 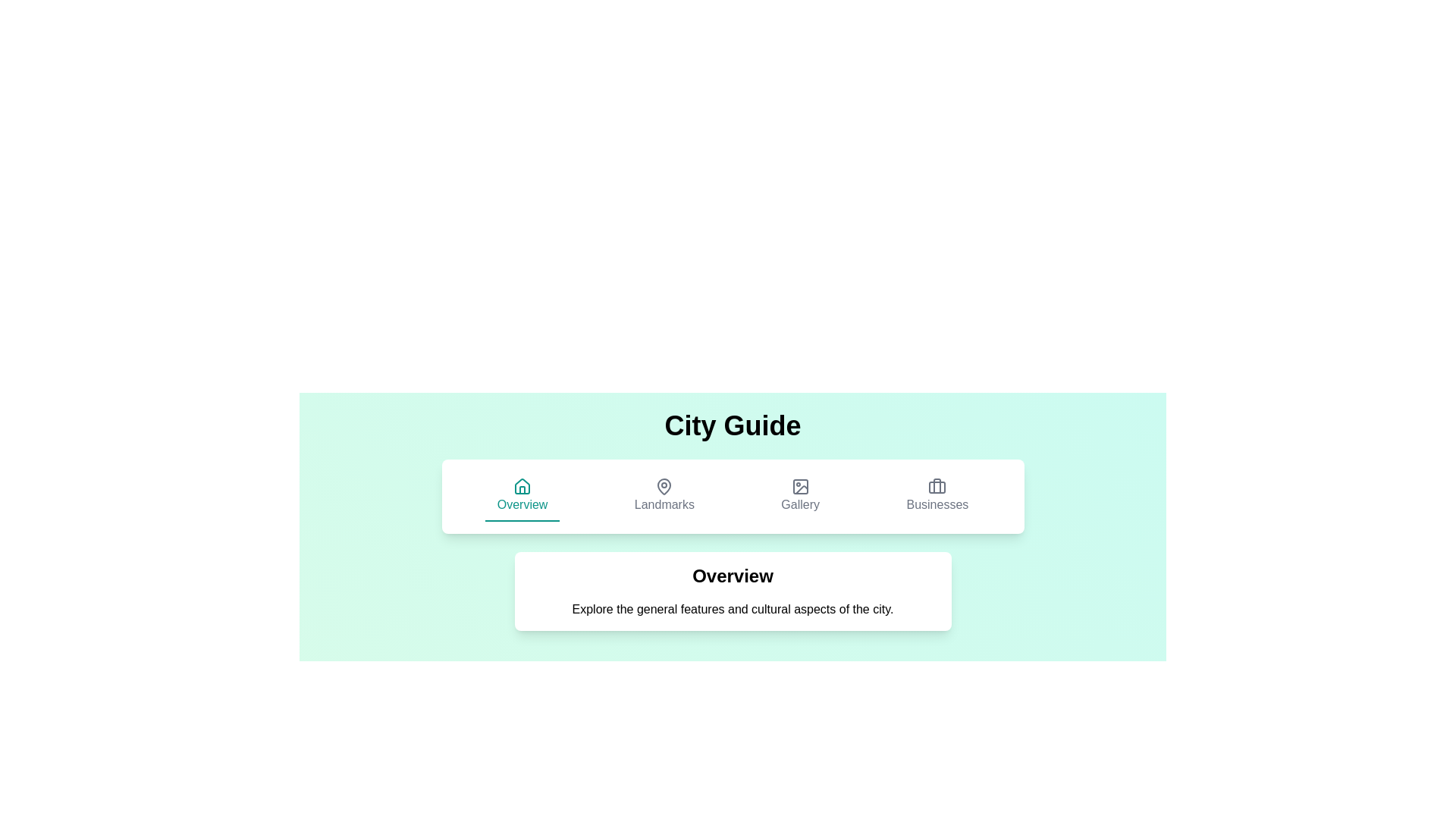 What do you see at coordinates (799, 505) in the screenshot?
I see `text content of the label displaying 'Gallery', which is a gray, centered text label located in the navigation bar beneath an icon` at bounding box center [799, 505].